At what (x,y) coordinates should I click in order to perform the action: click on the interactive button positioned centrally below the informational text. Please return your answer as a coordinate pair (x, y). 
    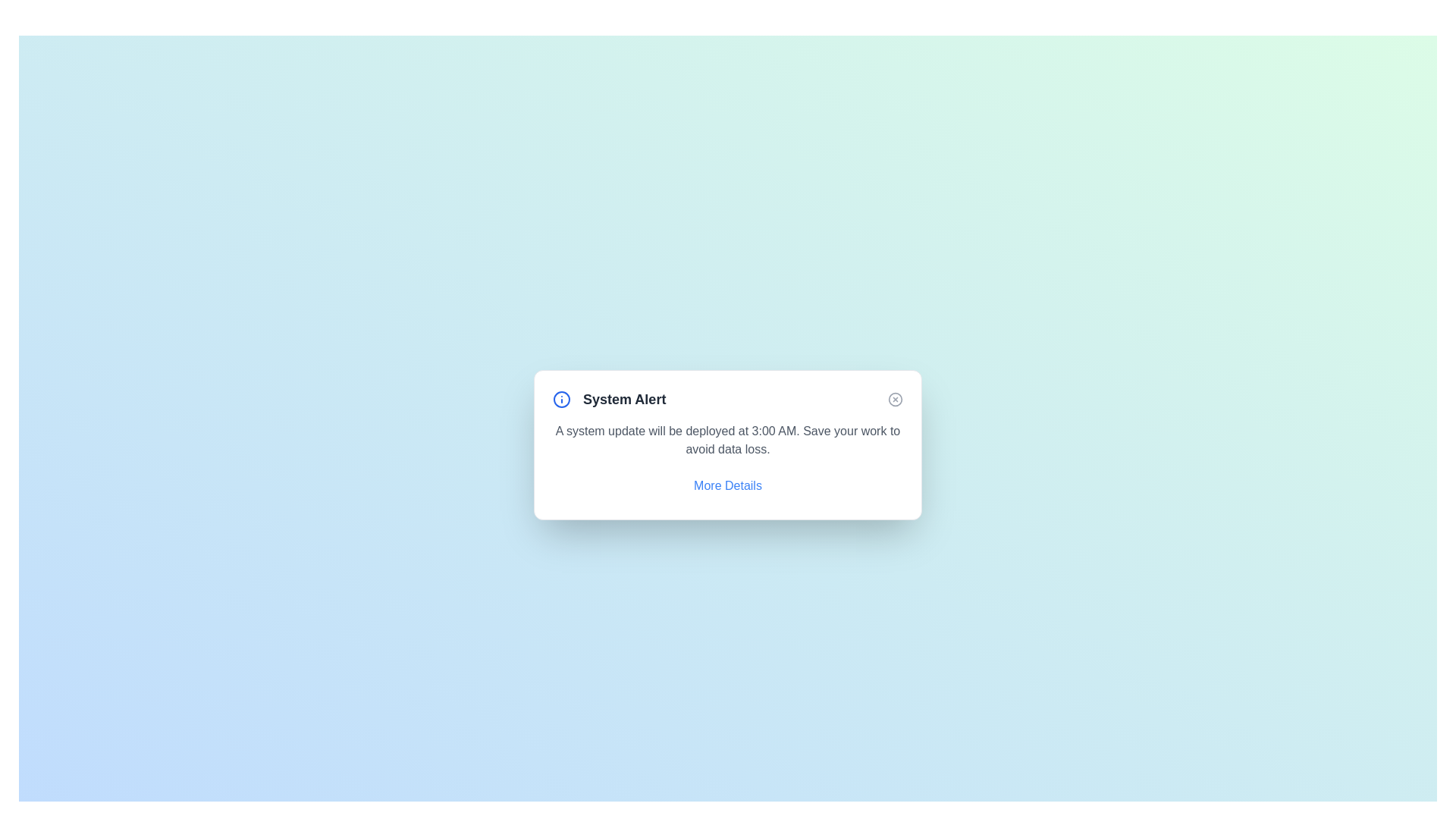
    Looking at the image, I should click on (728, 485).